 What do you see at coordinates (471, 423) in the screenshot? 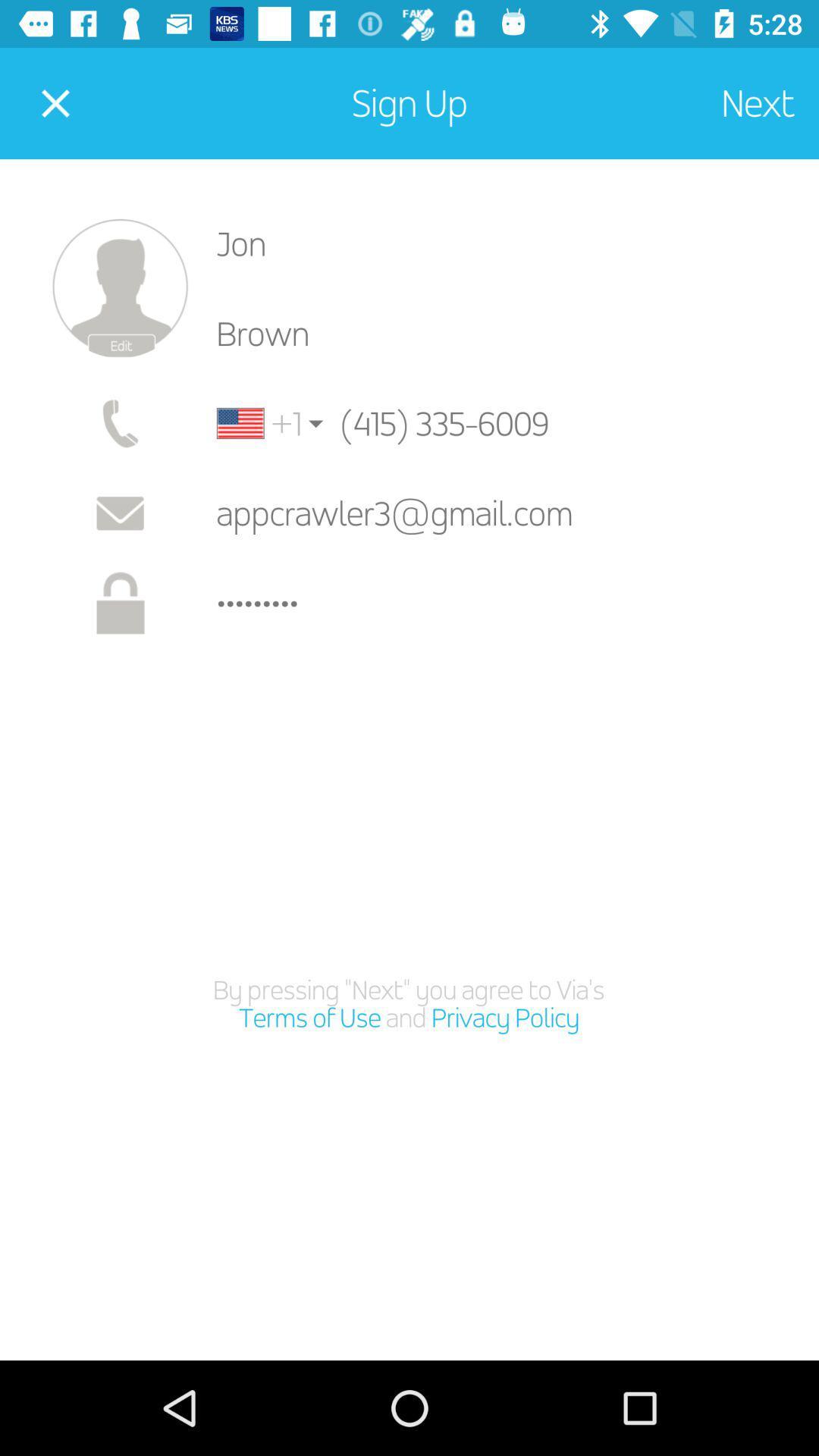
I see `(415) 335-6009 icon` at bounding box center [471, 423].